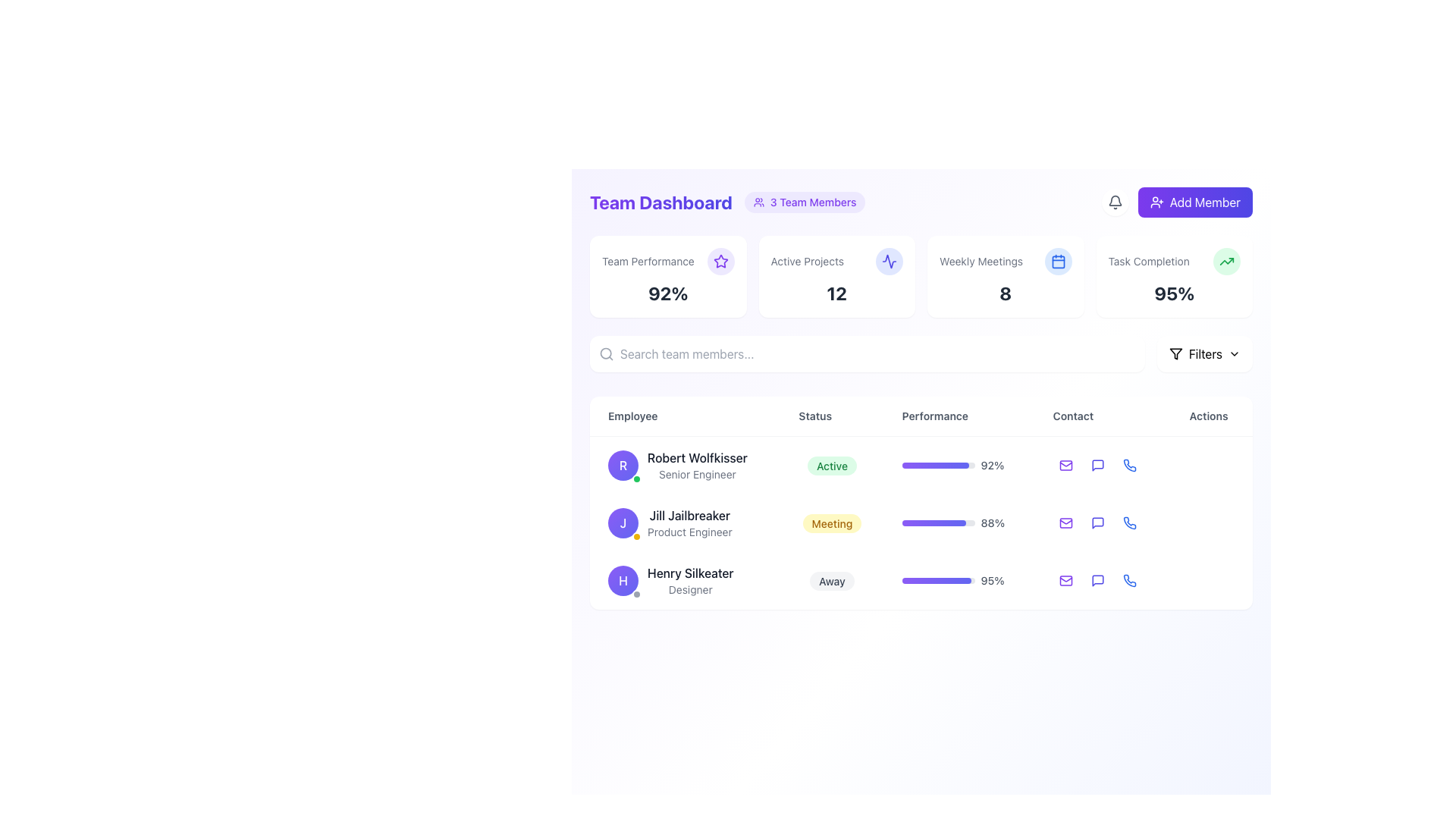  Describe the element at coordinates (726, 201) in the screenshot. I see `text information from the Header displaying 'Team Dashboard' with the badge showing '3 Team Members'` at that location.